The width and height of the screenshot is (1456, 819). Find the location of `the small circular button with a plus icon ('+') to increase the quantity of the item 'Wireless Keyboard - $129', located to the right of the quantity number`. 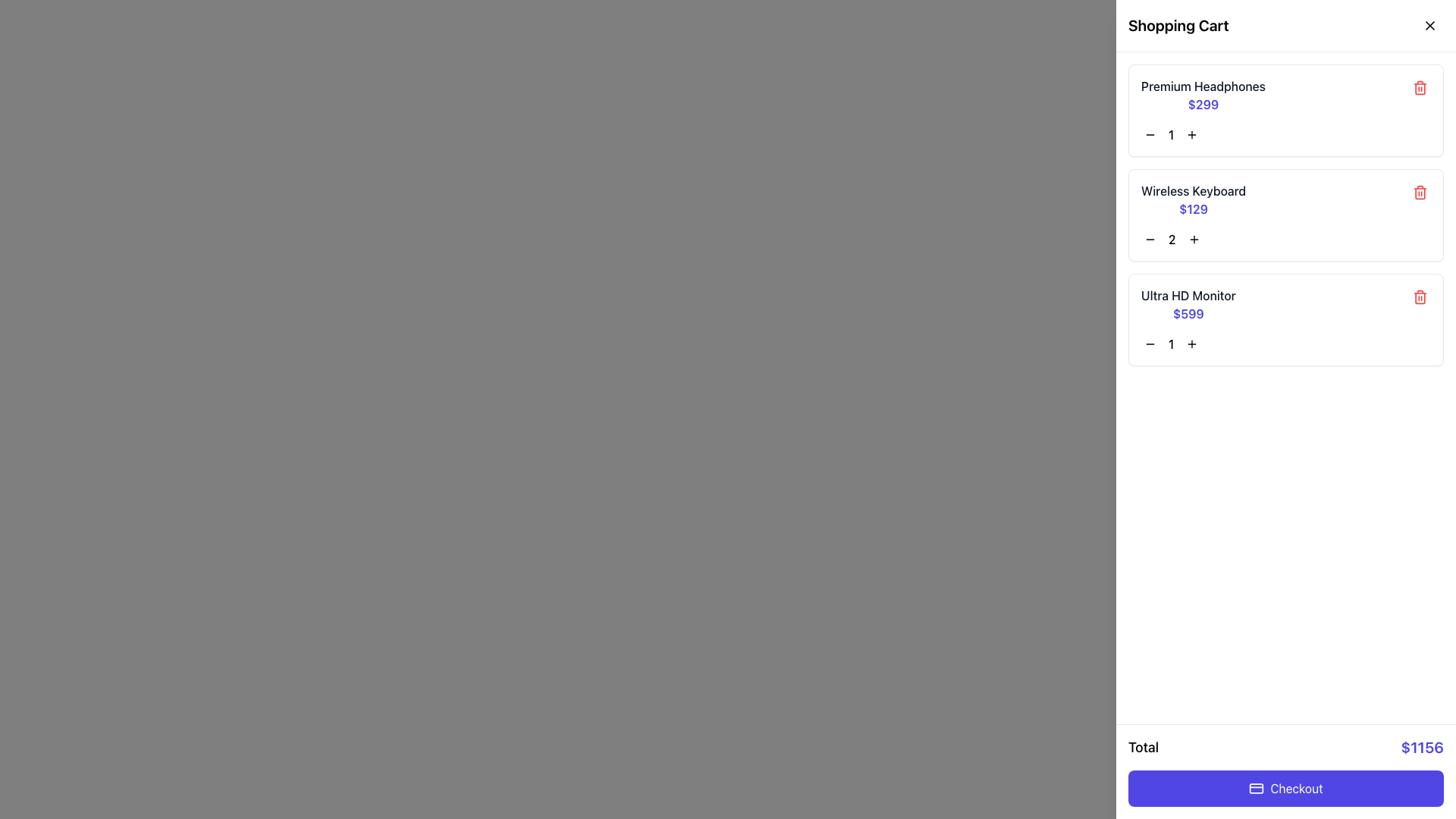

the small circular button with a plus icon ('+') to increase the quantity of the item 'Wireless Keyboard - $129', located to the right of the quantity number is located at coordinates (1193, 239).